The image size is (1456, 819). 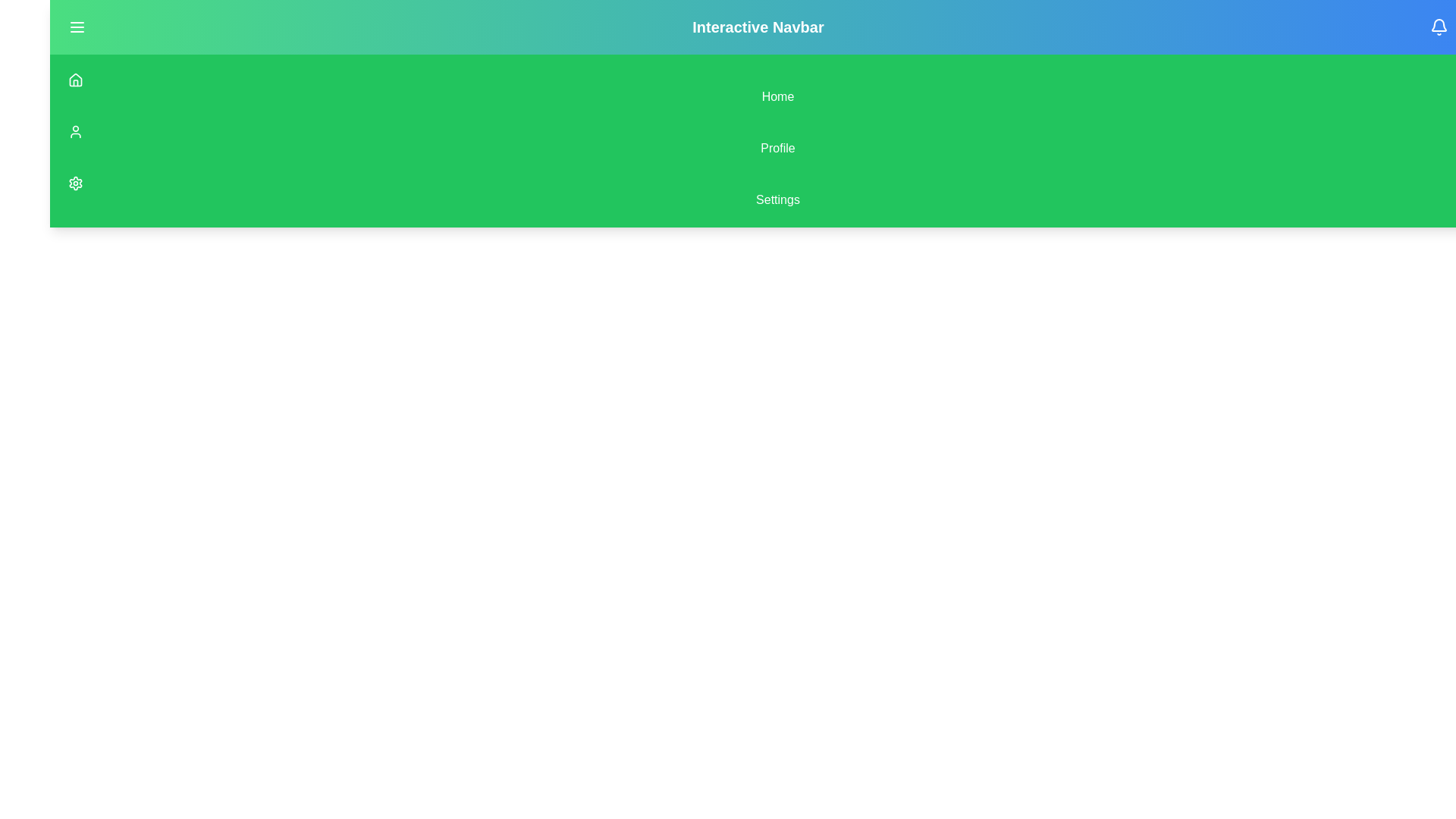 I want to click on the user profile icon, which is a vector icon represented by a circle with a smaller circle inside, located directly below the house icon in the vertical menu layout, so click(x=75, y=130).